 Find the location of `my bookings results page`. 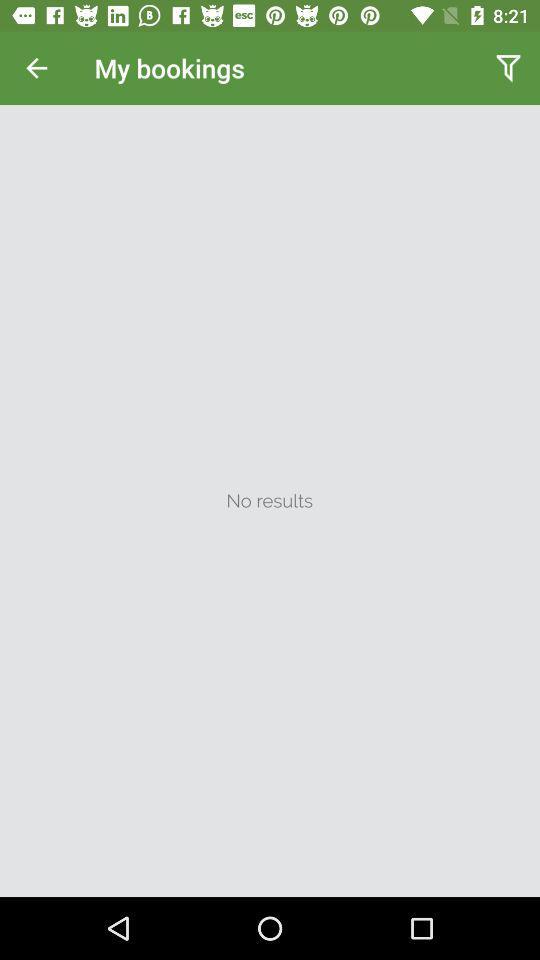

my bookings results page is located at coordinates (270, 500).